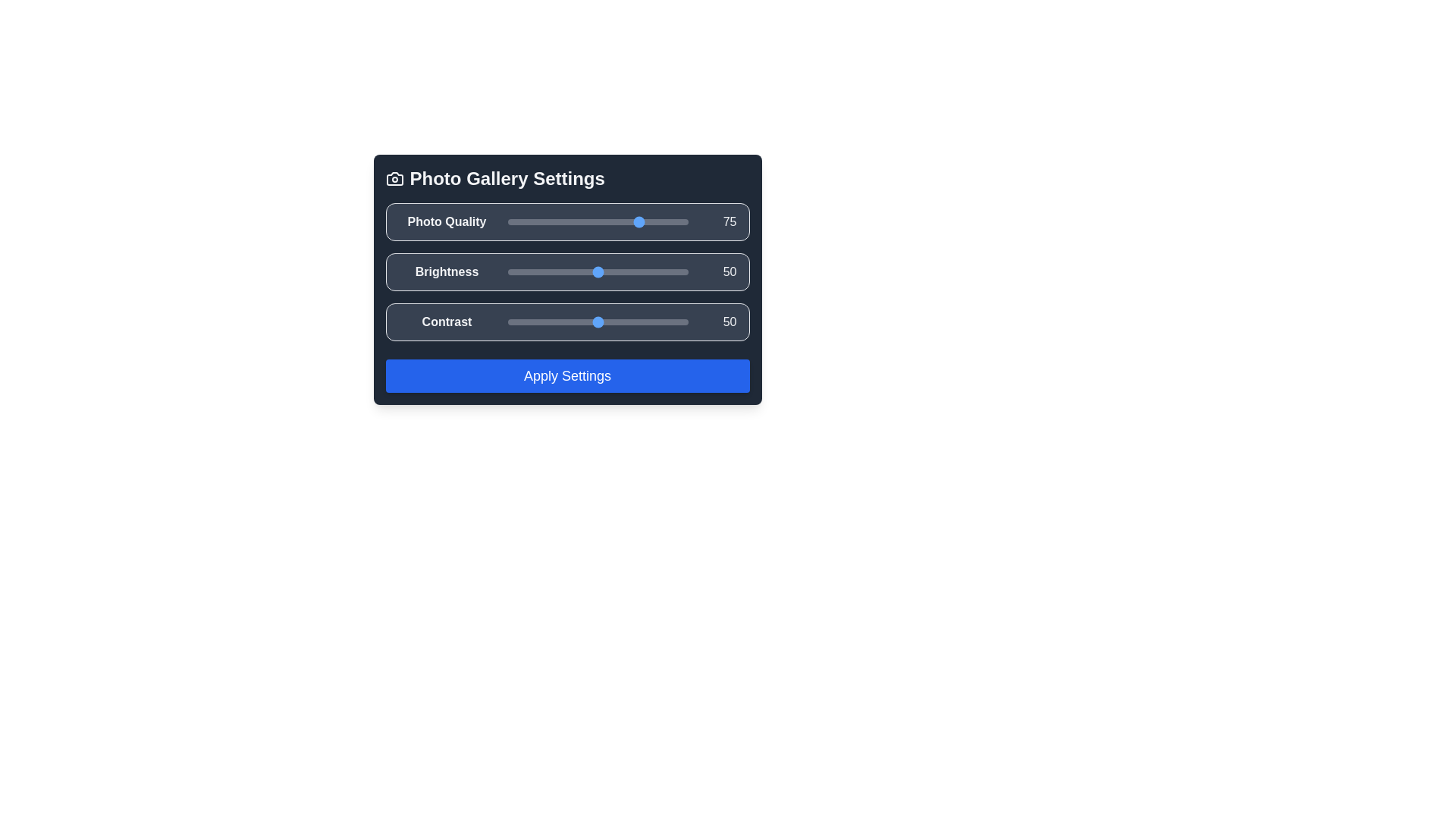 The height and width of the screenshot is (819, 1456). Describe the element at coordinates (557, 321) in the screenshot. I see `the contrast level` at that location.